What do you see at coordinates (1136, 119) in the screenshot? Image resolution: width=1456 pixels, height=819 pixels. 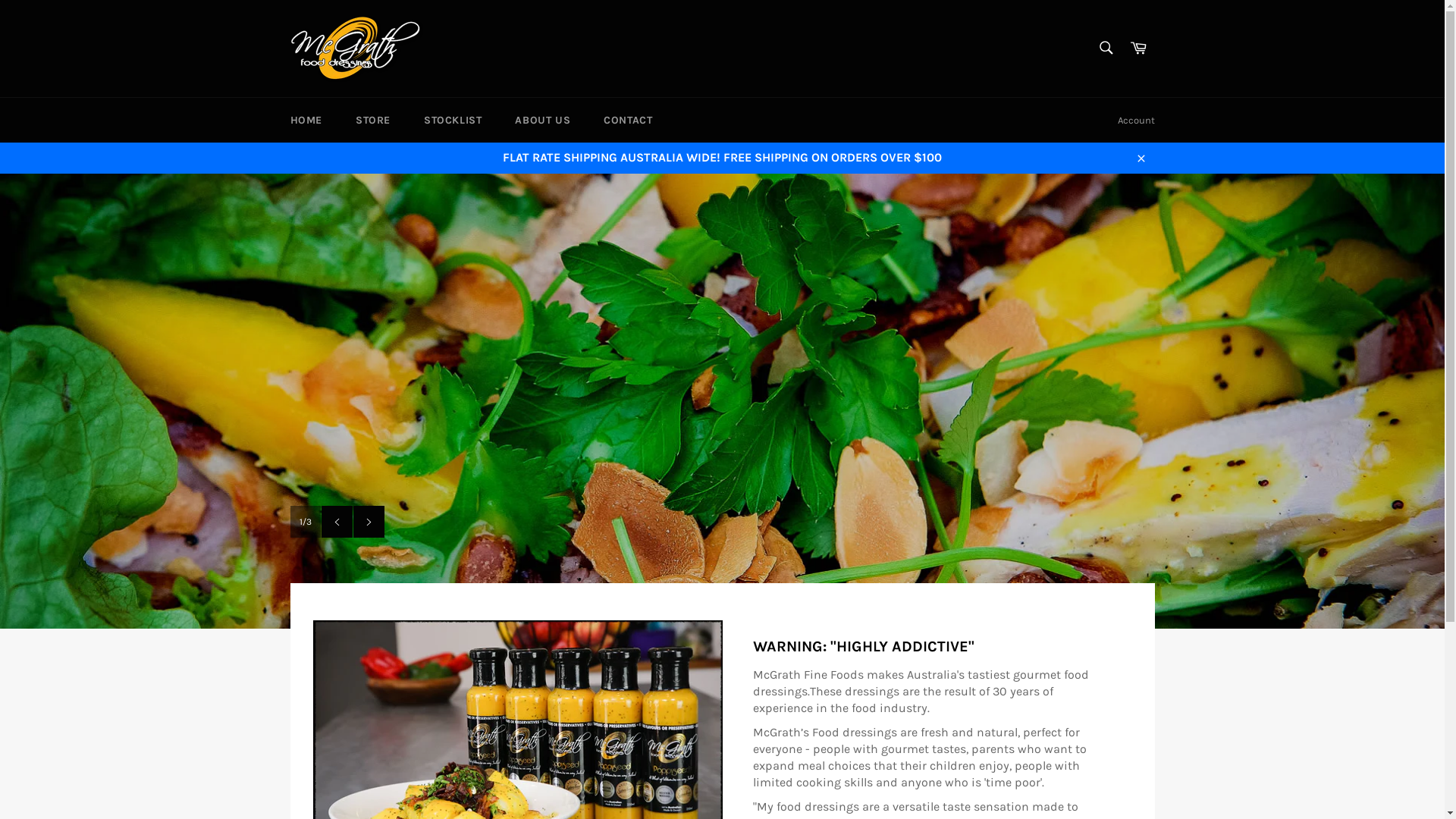 I see `'Account'` at bounding box center [1136, 119].